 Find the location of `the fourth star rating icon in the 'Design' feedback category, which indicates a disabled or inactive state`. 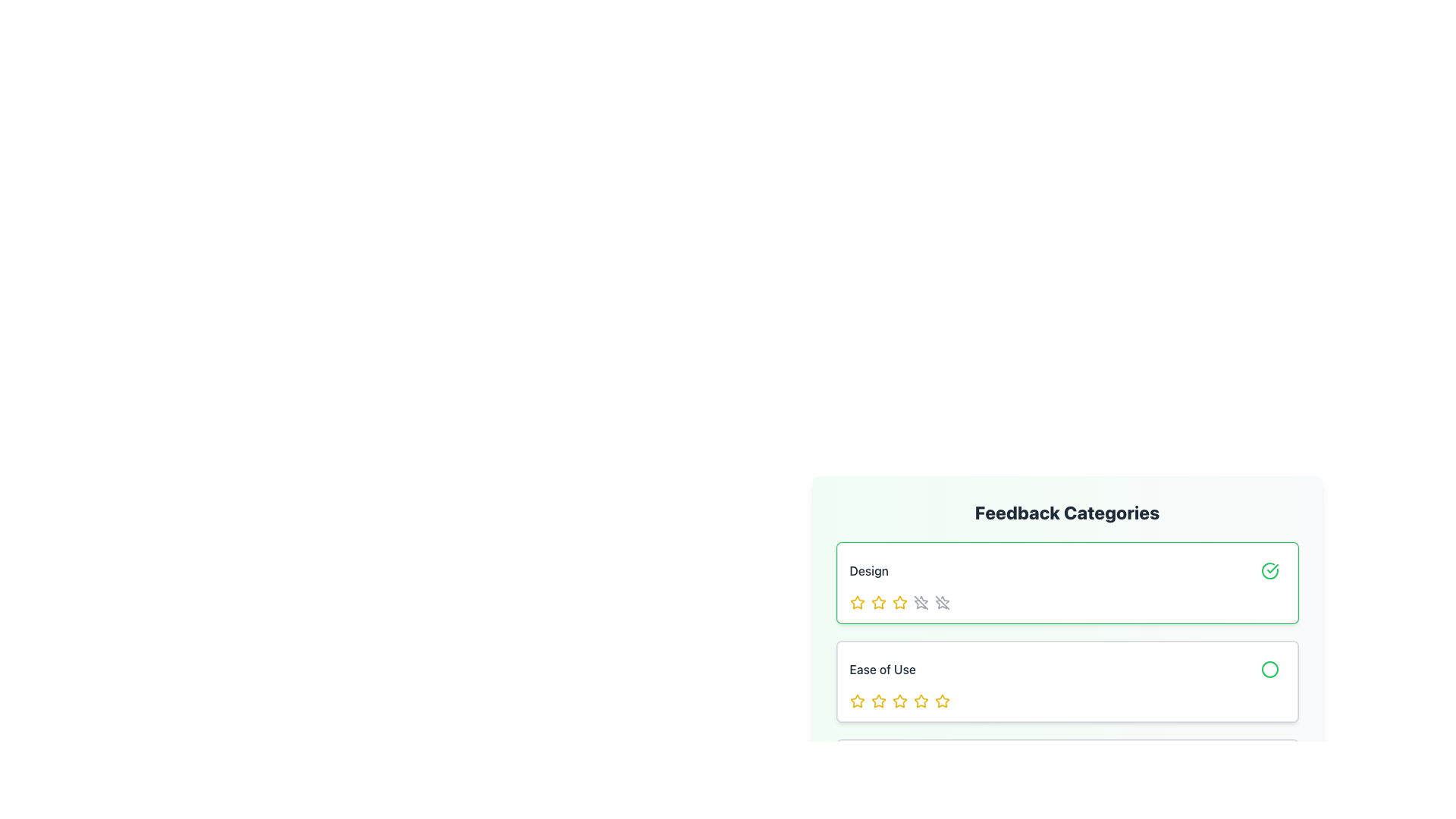

the fourth star rating icon in the 'Design' feedback category, which indicates a disabled or inactive state is located at coordinates (940, 604).